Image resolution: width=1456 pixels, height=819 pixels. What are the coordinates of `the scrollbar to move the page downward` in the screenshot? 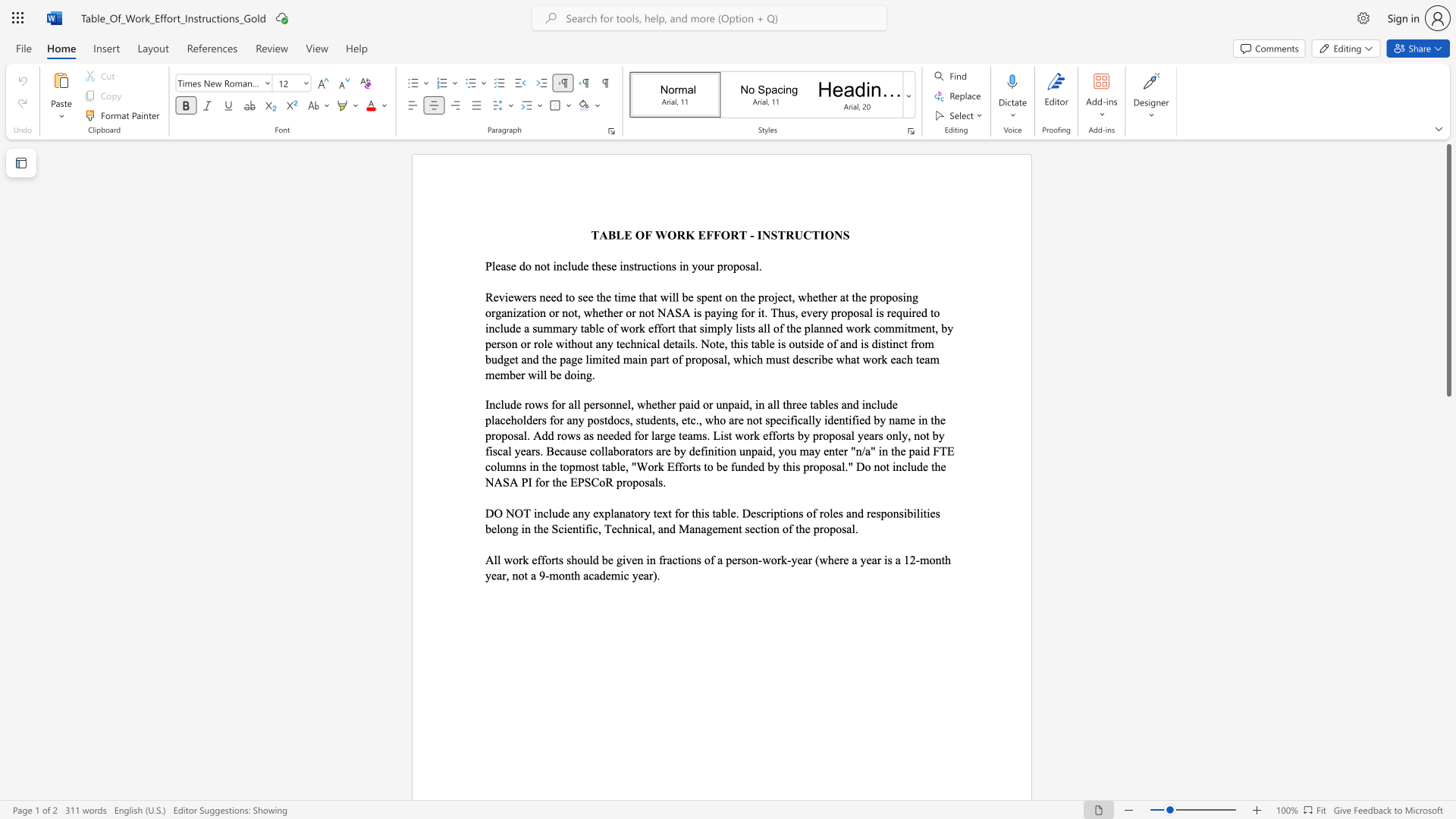 It's located at (1448, 522).